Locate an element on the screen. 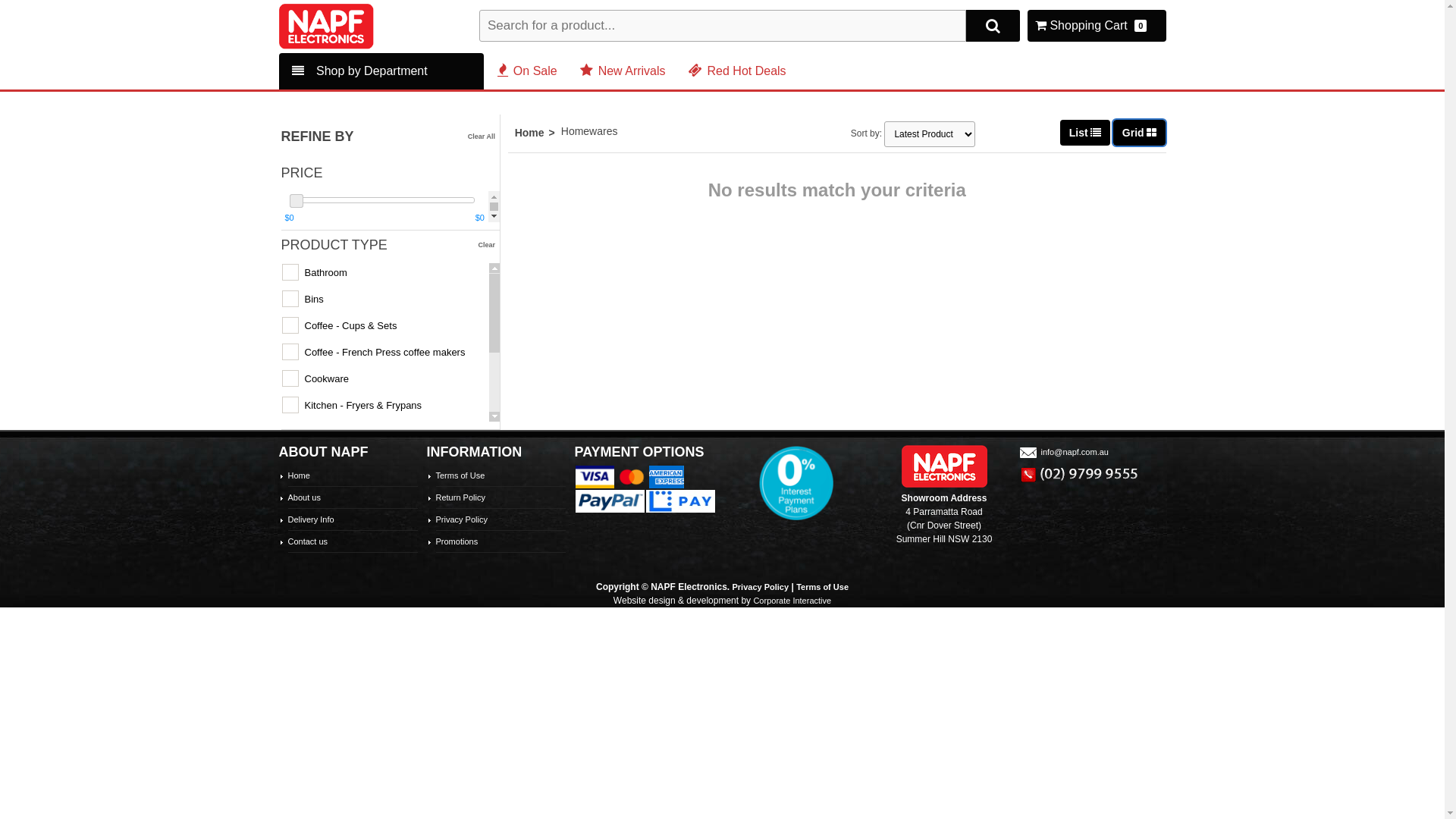 This screenshot has width=1456, height=819. 'Delivery Info' is located at coordinates (310, 519).